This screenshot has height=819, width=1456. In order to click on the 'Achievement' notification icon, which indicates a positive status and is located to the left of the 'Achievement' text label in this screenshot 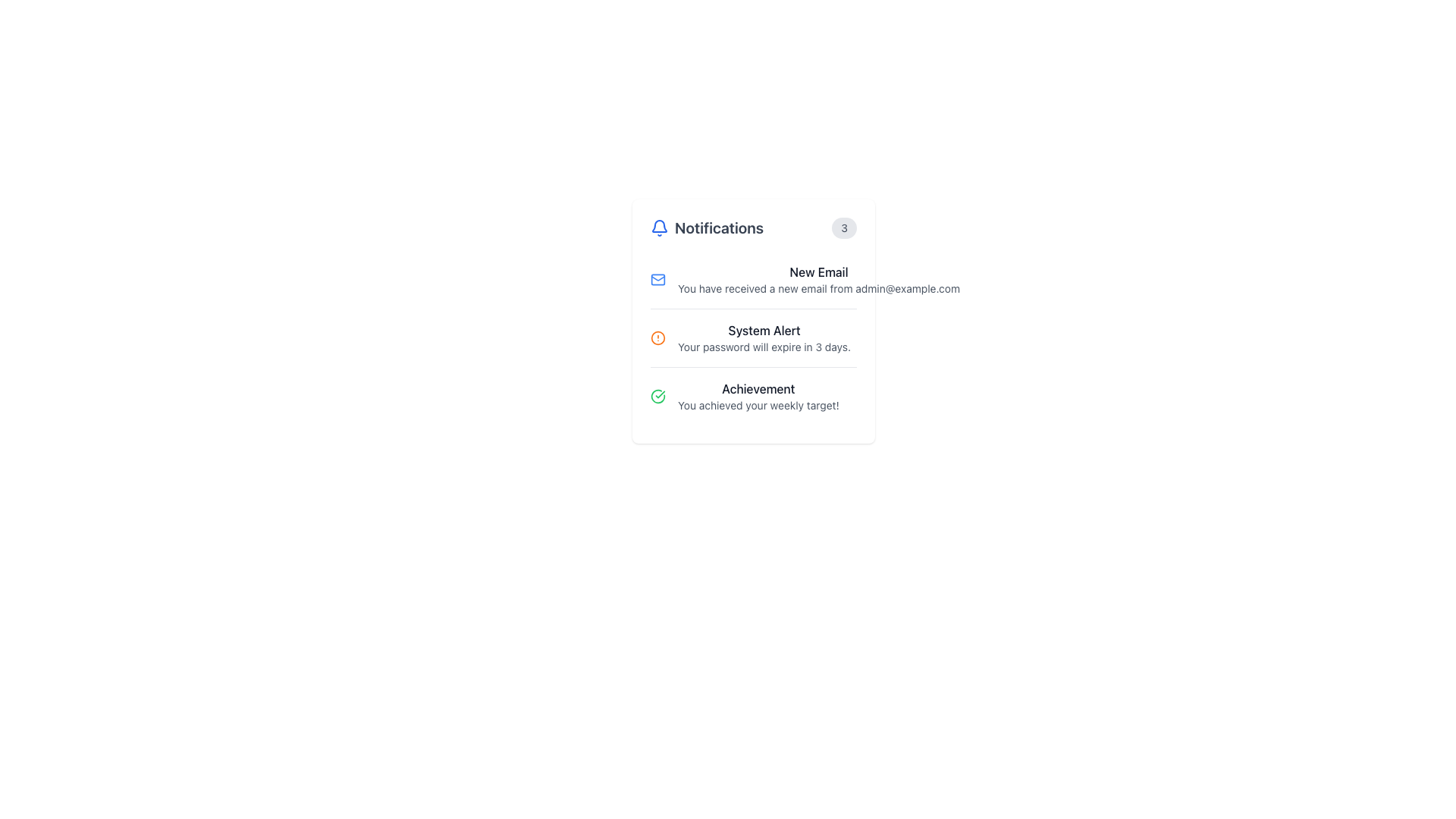, I will do `click(658, 396)`.